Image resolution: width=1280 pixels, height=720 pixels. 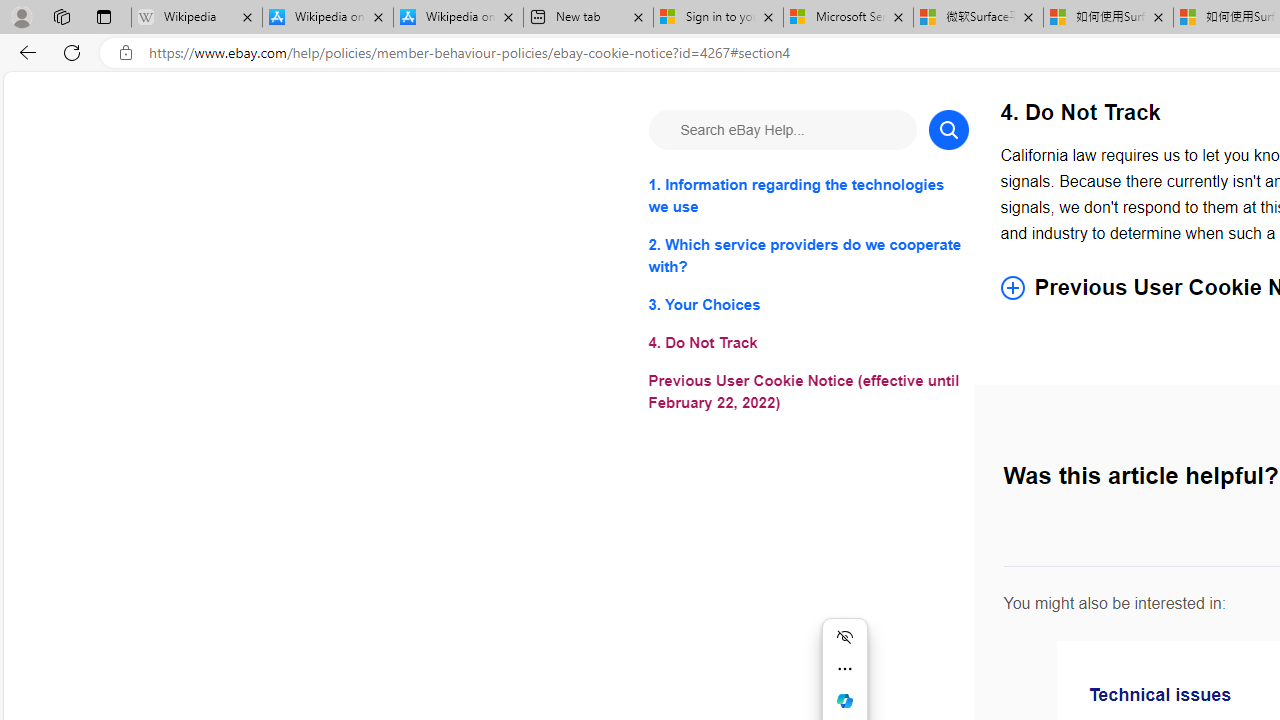 I want to click on '1. Information regarding the technologies we use', so click(x=808, y=196).